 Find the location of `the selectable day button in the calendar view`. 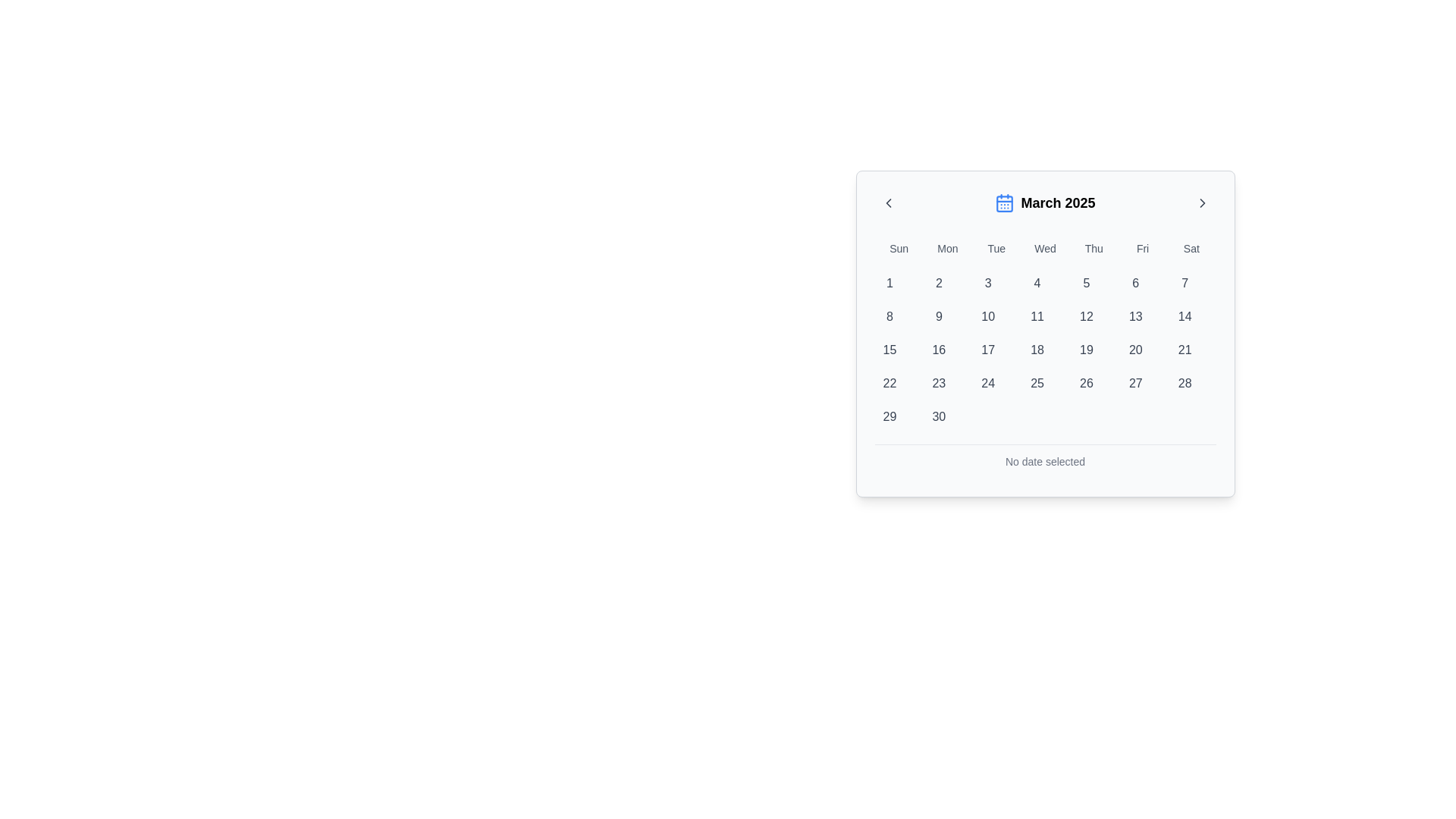

the selectable day button in the calendar view is located at coordinates (1037, 315).